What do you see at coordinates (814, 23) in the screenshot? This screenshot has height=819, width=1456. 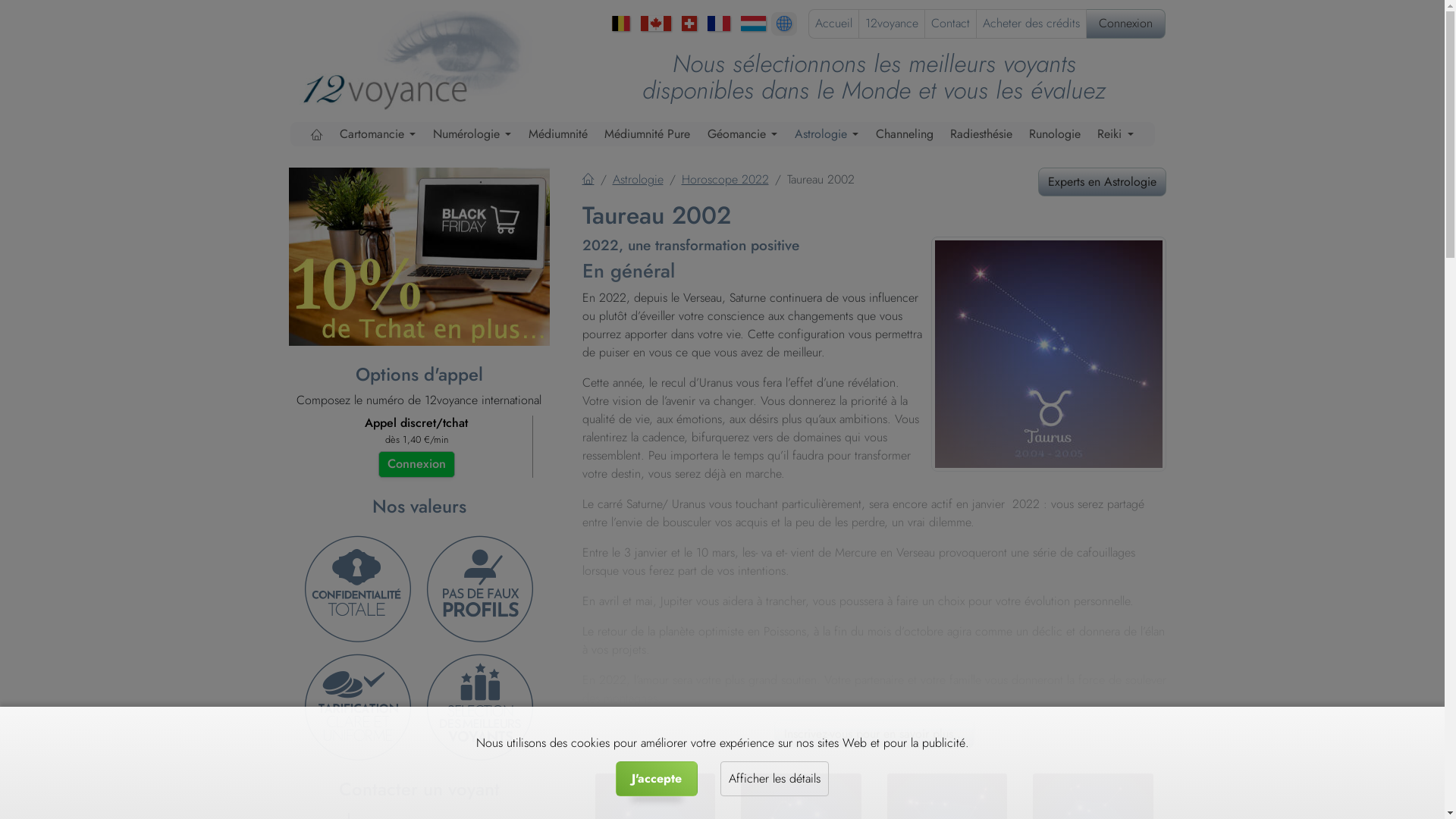 I see `'Accueil'` at bounding box center [814, 23].